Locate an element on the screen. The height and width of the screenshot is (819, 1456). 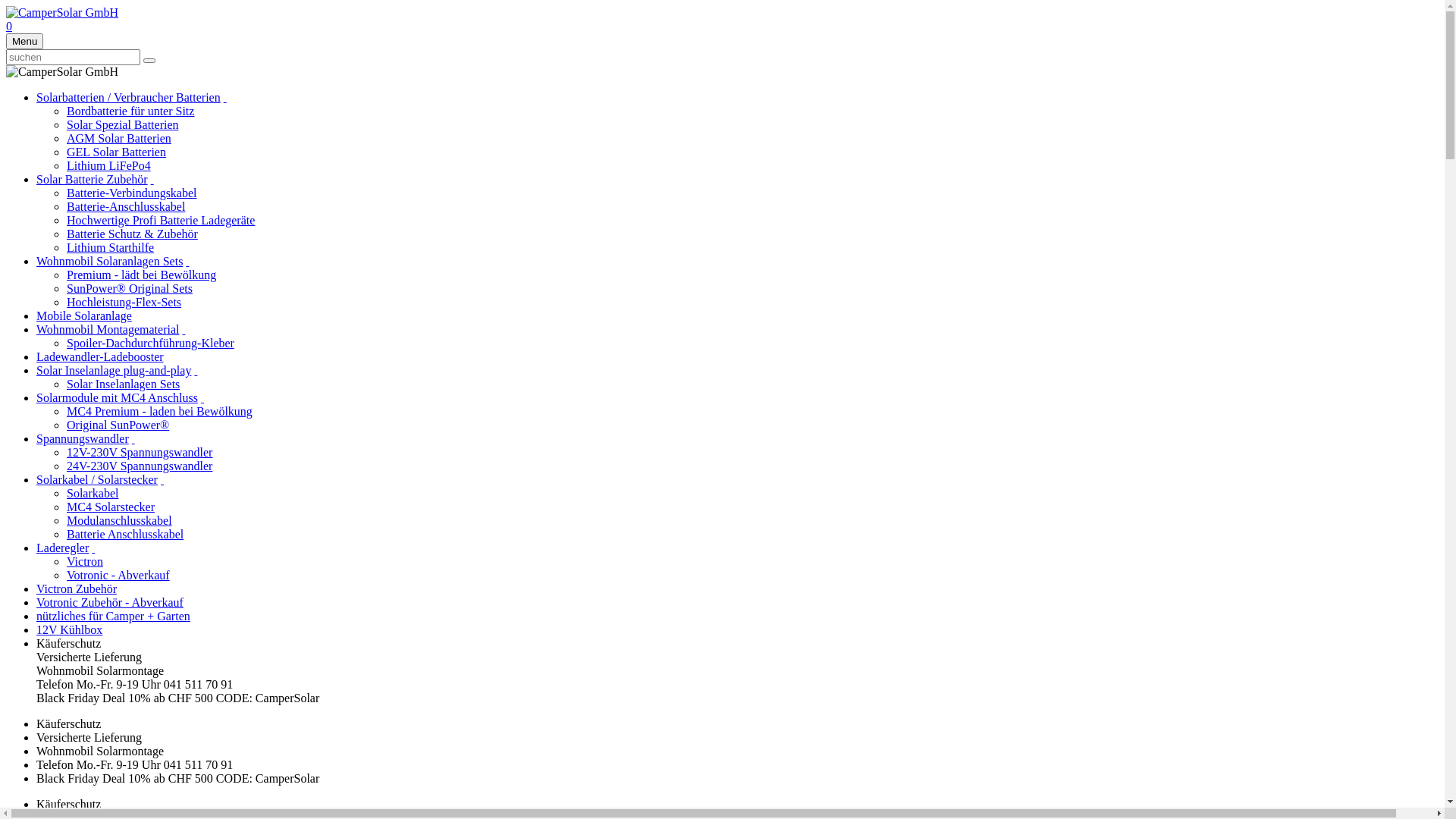
'Laderegler' is located at coordinates (61, 548).